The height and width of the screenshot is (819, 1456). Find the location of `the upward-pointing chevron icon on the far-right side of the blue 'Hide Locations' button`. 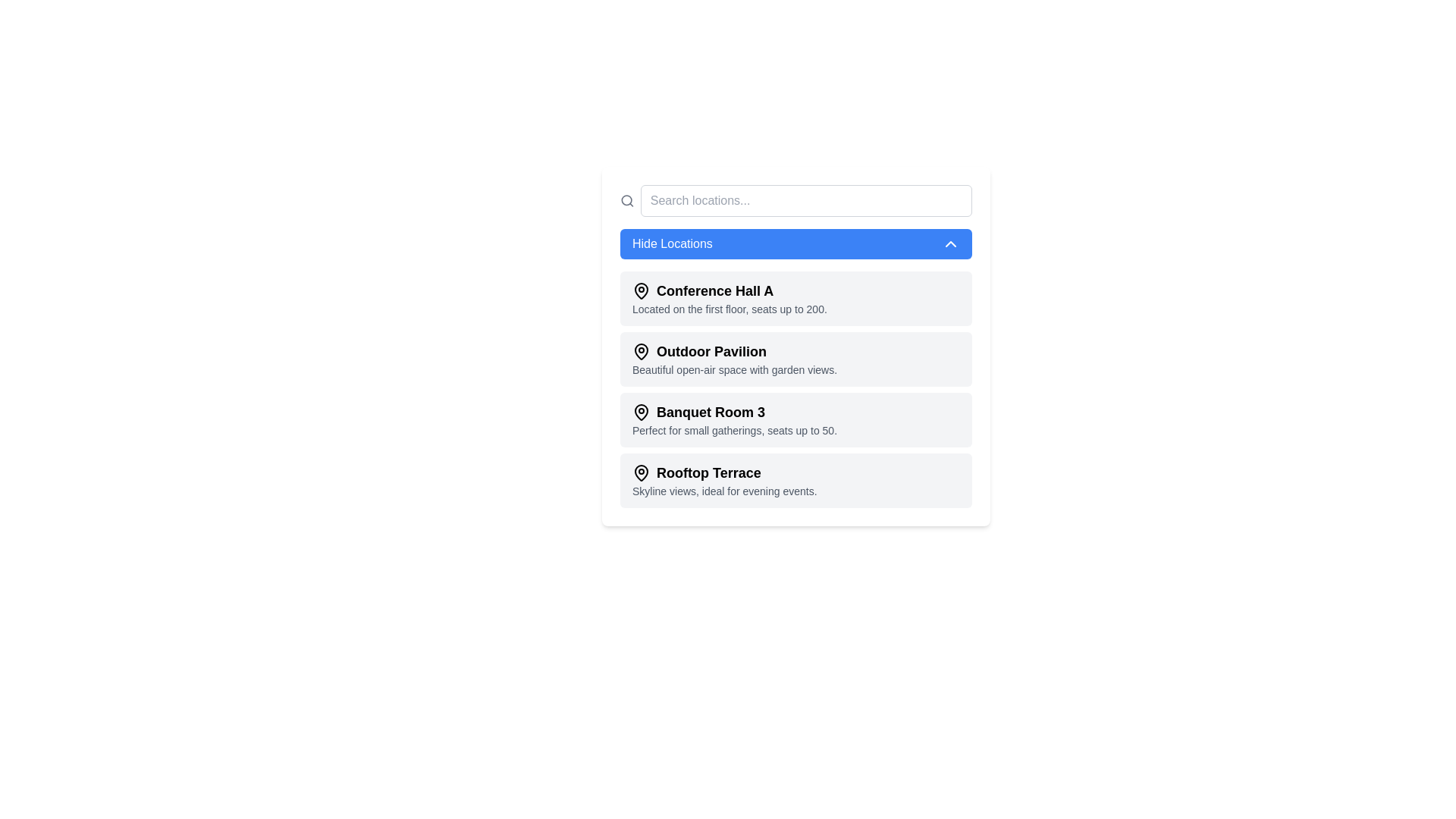

the upward-pointing chevron icon on the far-right side of the blue 'Hide Locations' button is located at coordinates (949, 243).